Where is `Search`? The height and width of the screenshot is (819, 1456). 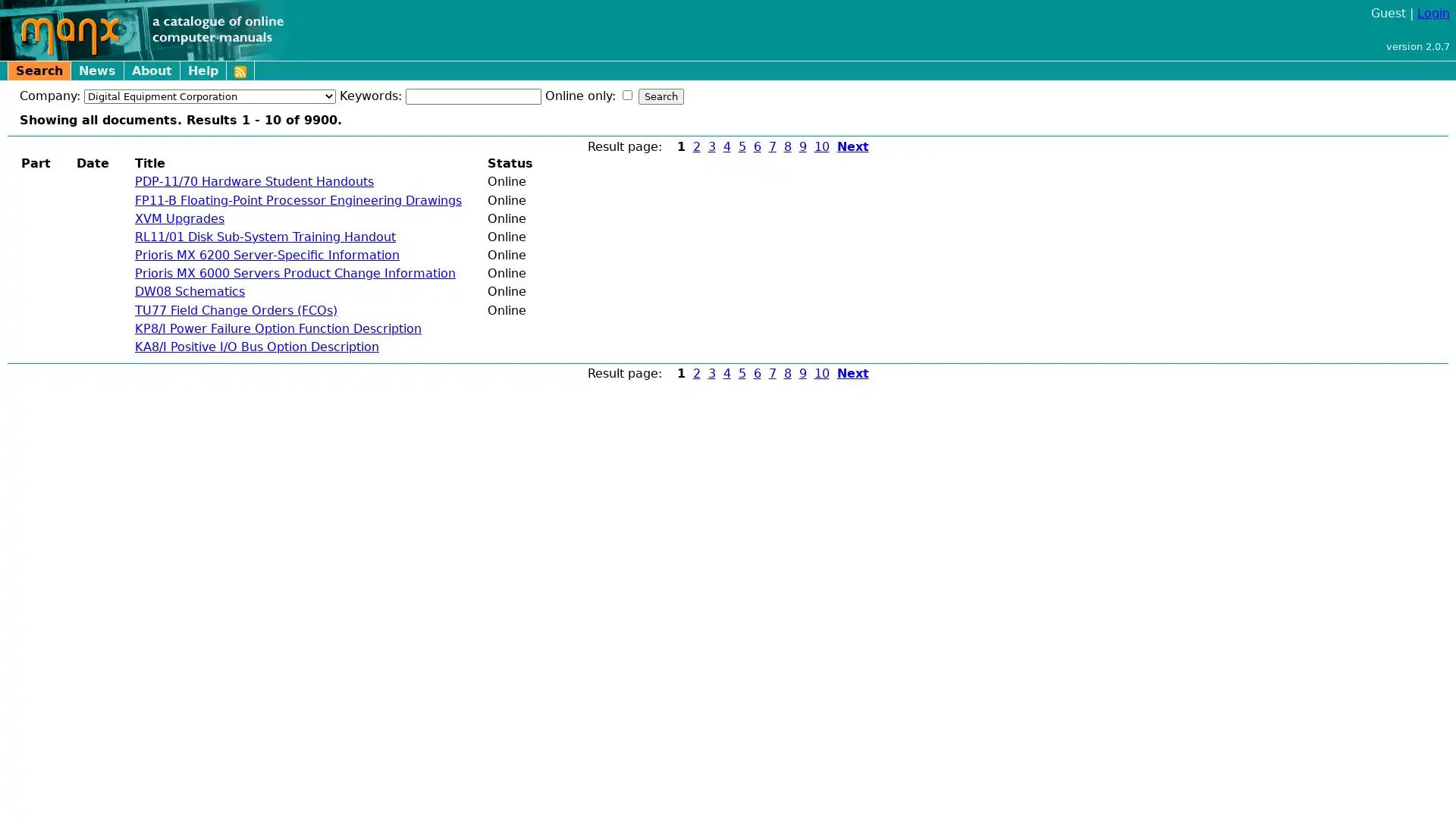 Search is located at coordinates (661, 96).